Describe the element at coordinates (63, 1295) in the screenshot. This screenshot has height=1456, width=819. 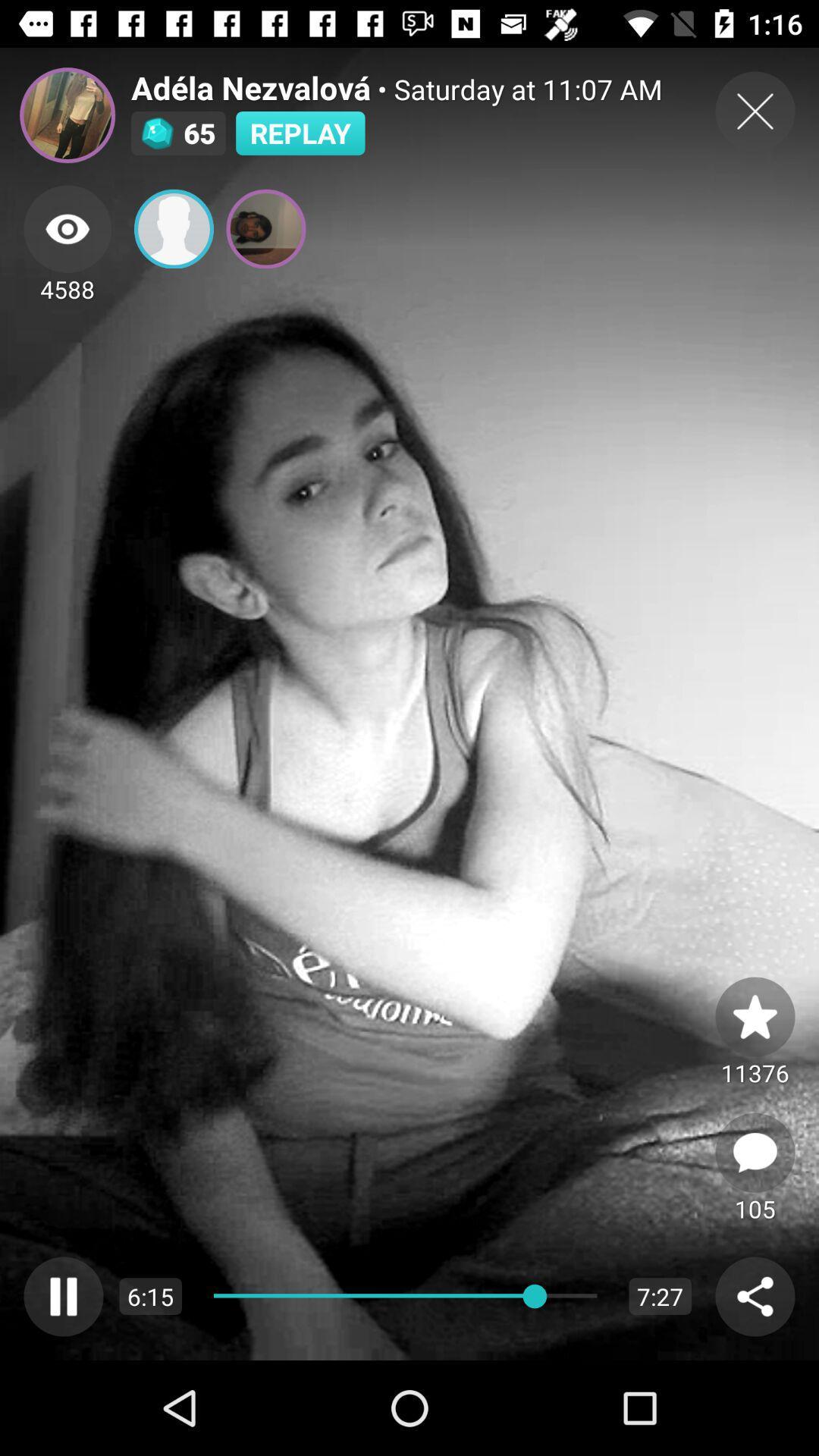
I see `pause` at that location.